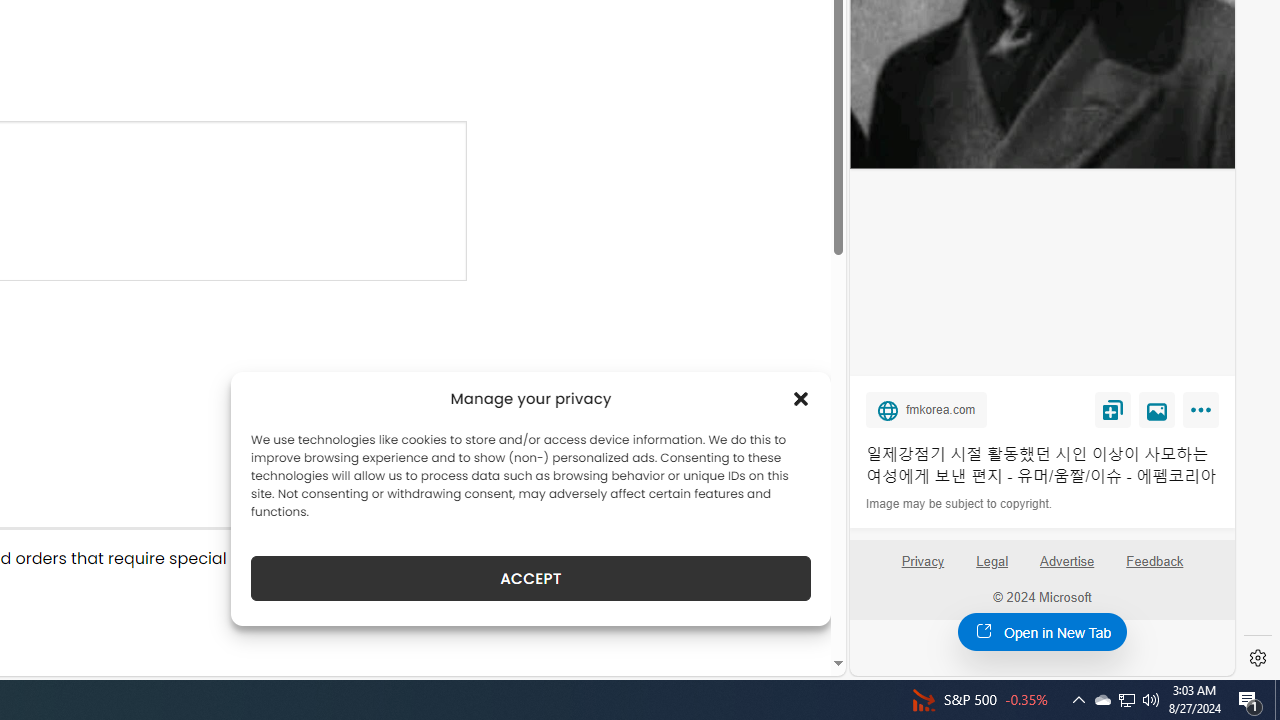 The width and height of the screenshot is (1280, 720). What do you see at coordinates (1203, 412) in the screenshot?
I see `'More'` at bounding box center [1203, 412].